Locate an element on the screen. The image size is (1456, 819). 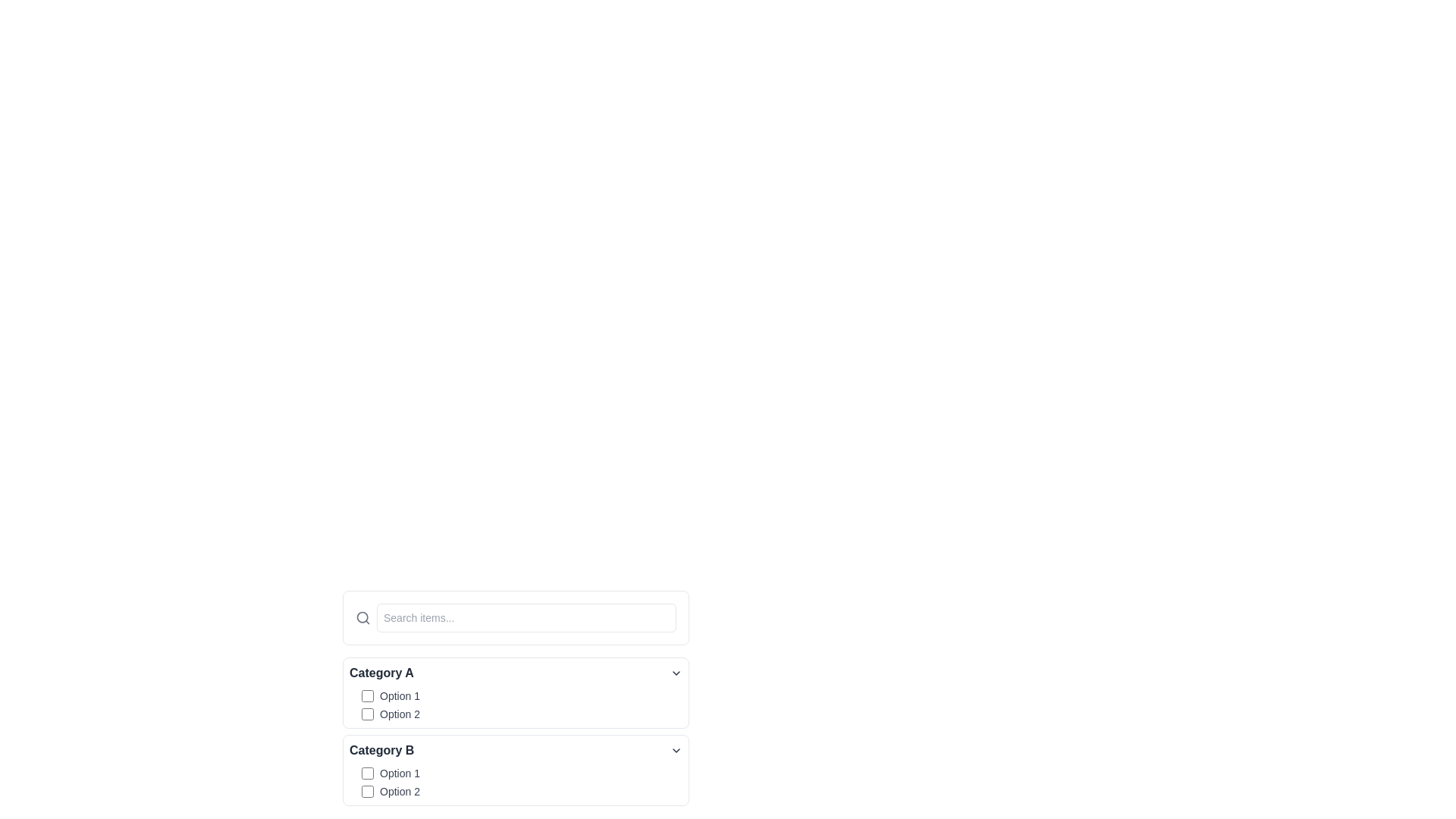
the interactive checkboxes grouped under 'Category A' and 'Category B' for keyboard manipulation is located at coordinates (516, 730).